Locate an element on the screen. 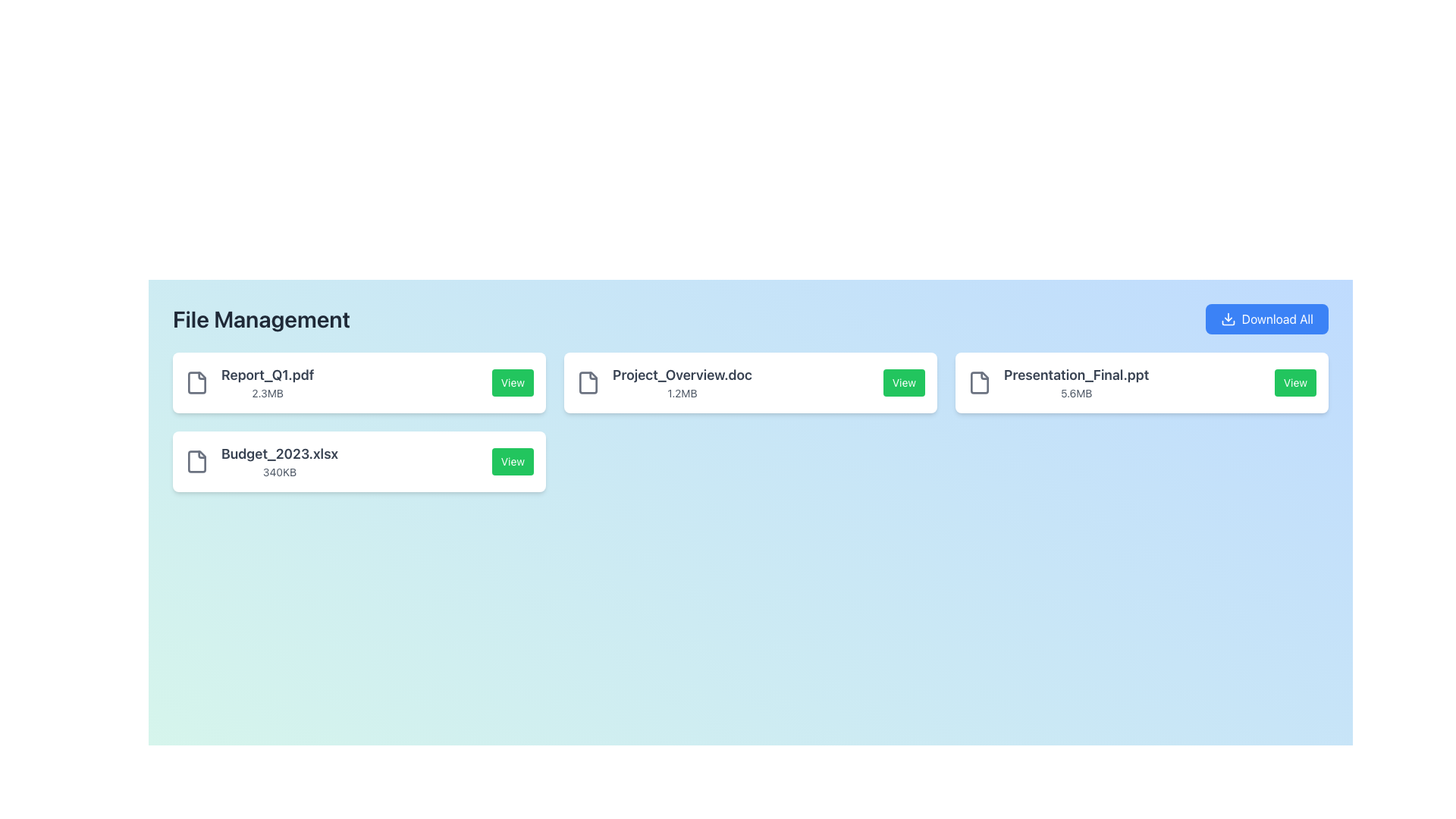 This screenshot has height=819, width=1456. the text block that provides information about the file, located in the second file card under 'File Management', positioned to the left of the 'View' button and adjacent to a document icon is located at coordinates (664, 382).